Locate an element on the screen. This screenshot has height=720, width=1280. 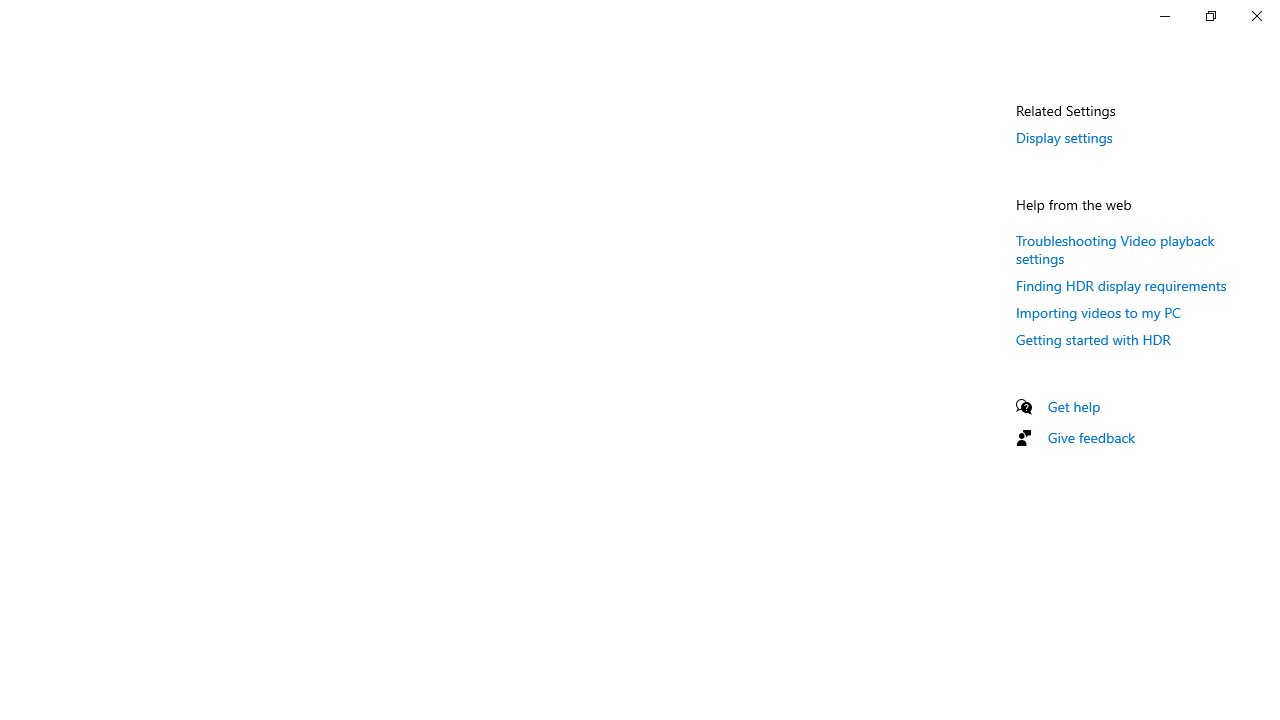
'Finding HDR display requirements' is located at coordinates (1121, 285).